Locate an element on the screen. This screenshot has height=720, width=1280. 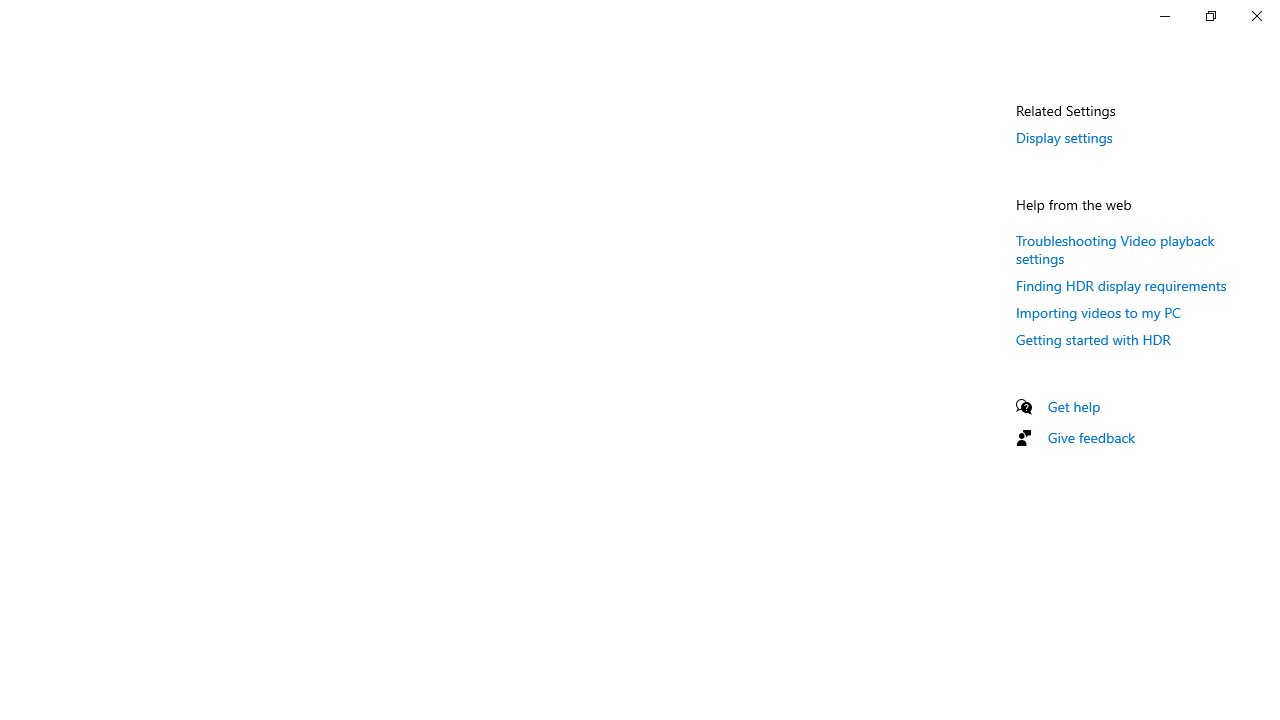
'Finding HDR display requirements' is located at coordinates (1121, 285).